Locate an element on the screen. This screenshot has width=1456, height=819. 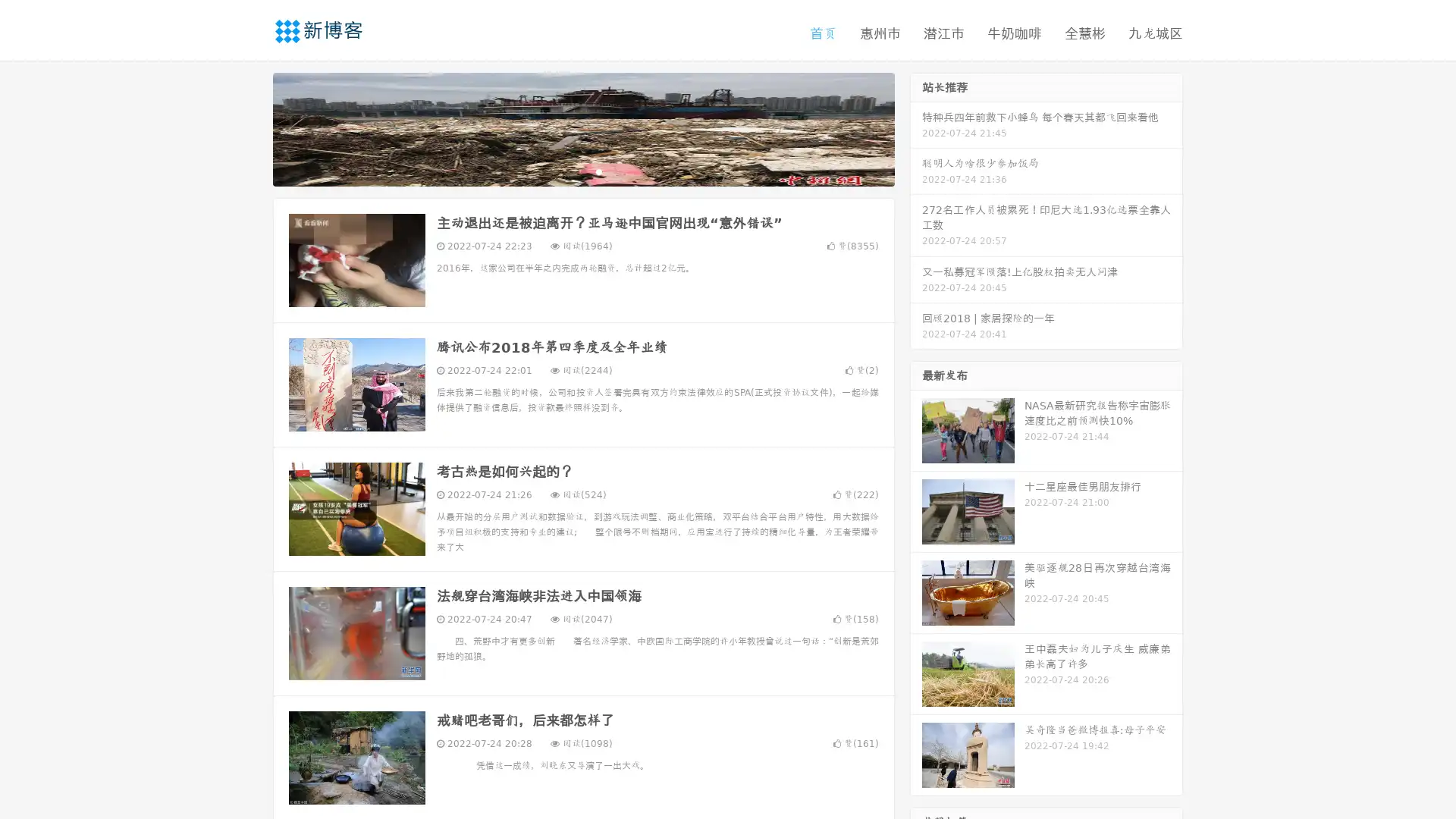
Previous slide is located at coordinates (250, 127).